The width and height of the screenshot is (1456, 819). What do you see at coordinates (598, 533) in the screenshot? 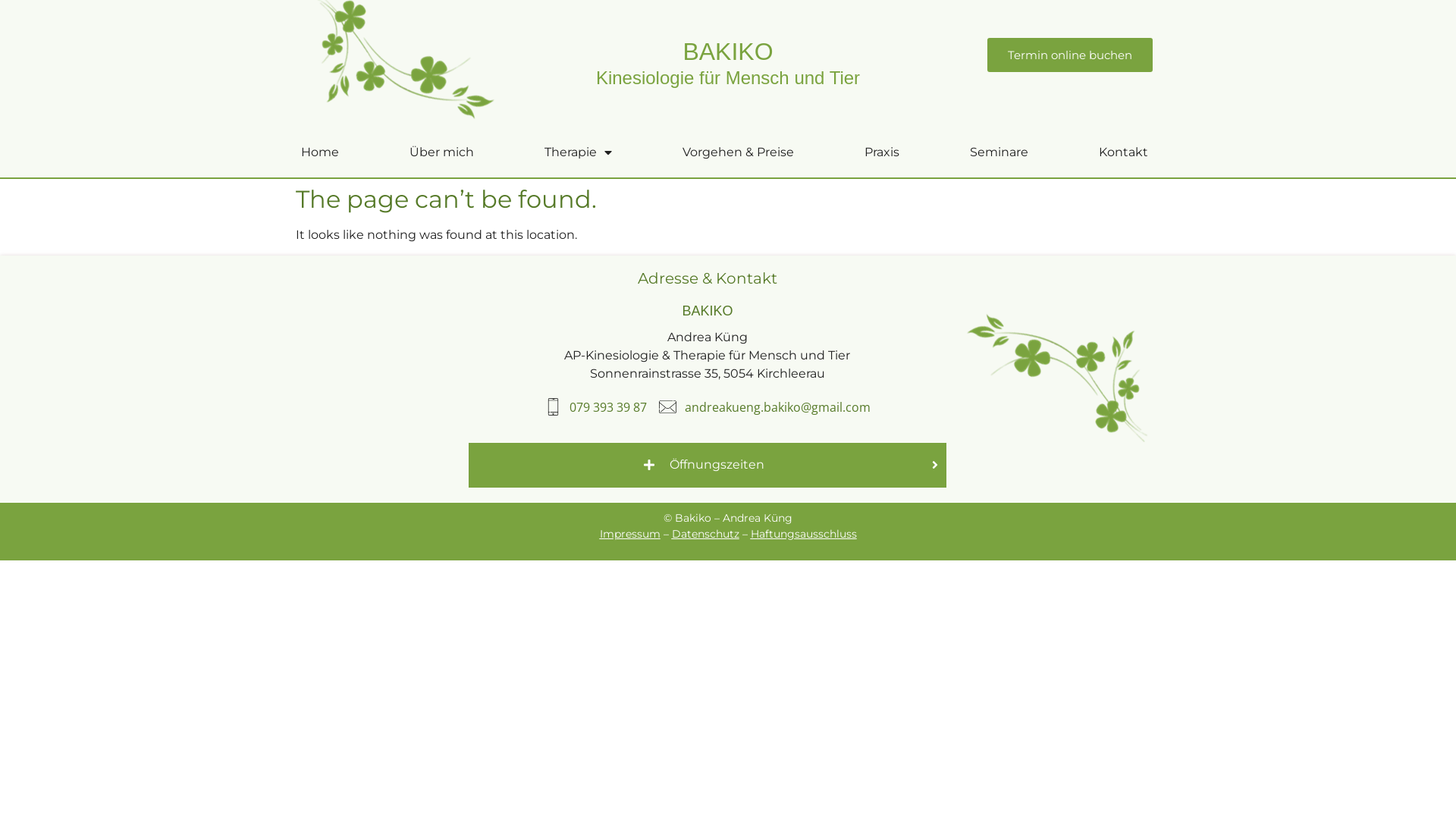
I see `'Impressum'` at bounding box center [598, 533].